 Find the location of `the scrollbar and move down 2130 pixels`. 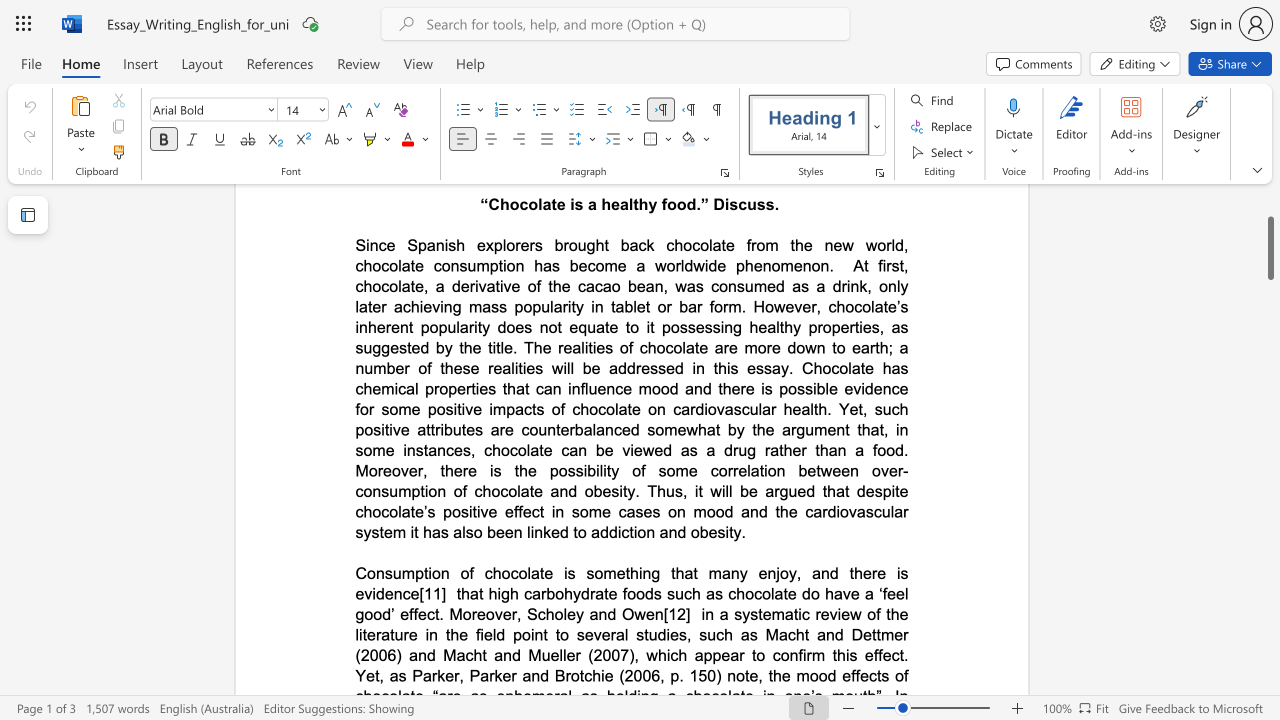

the scrollbar and move down 2130 pixels is located at coordinates (1269, 247).